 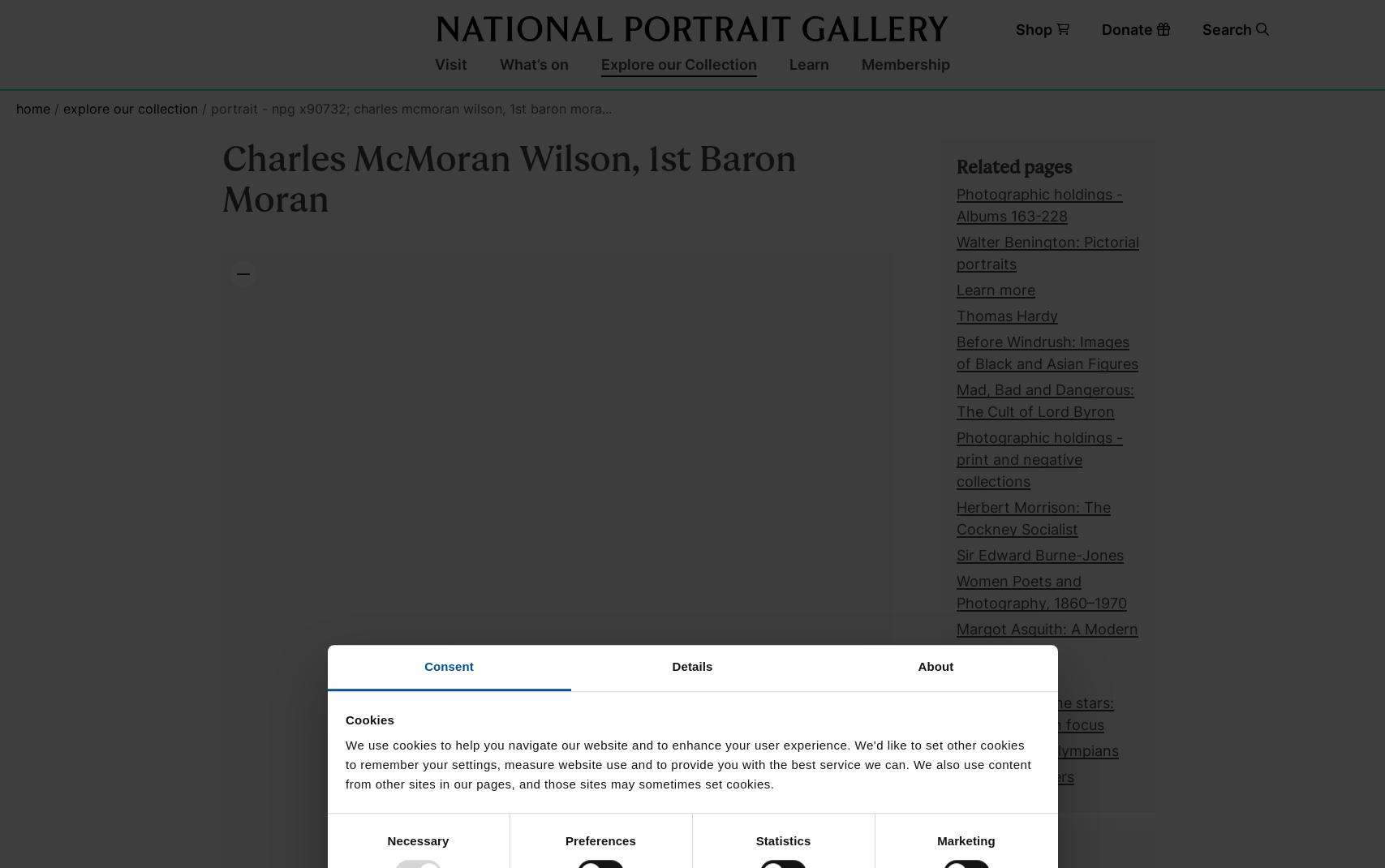 What do you see at coordinates (1014, 28) in the screenshot?
I see `'Shop'` at bounding box center [1014, 28].